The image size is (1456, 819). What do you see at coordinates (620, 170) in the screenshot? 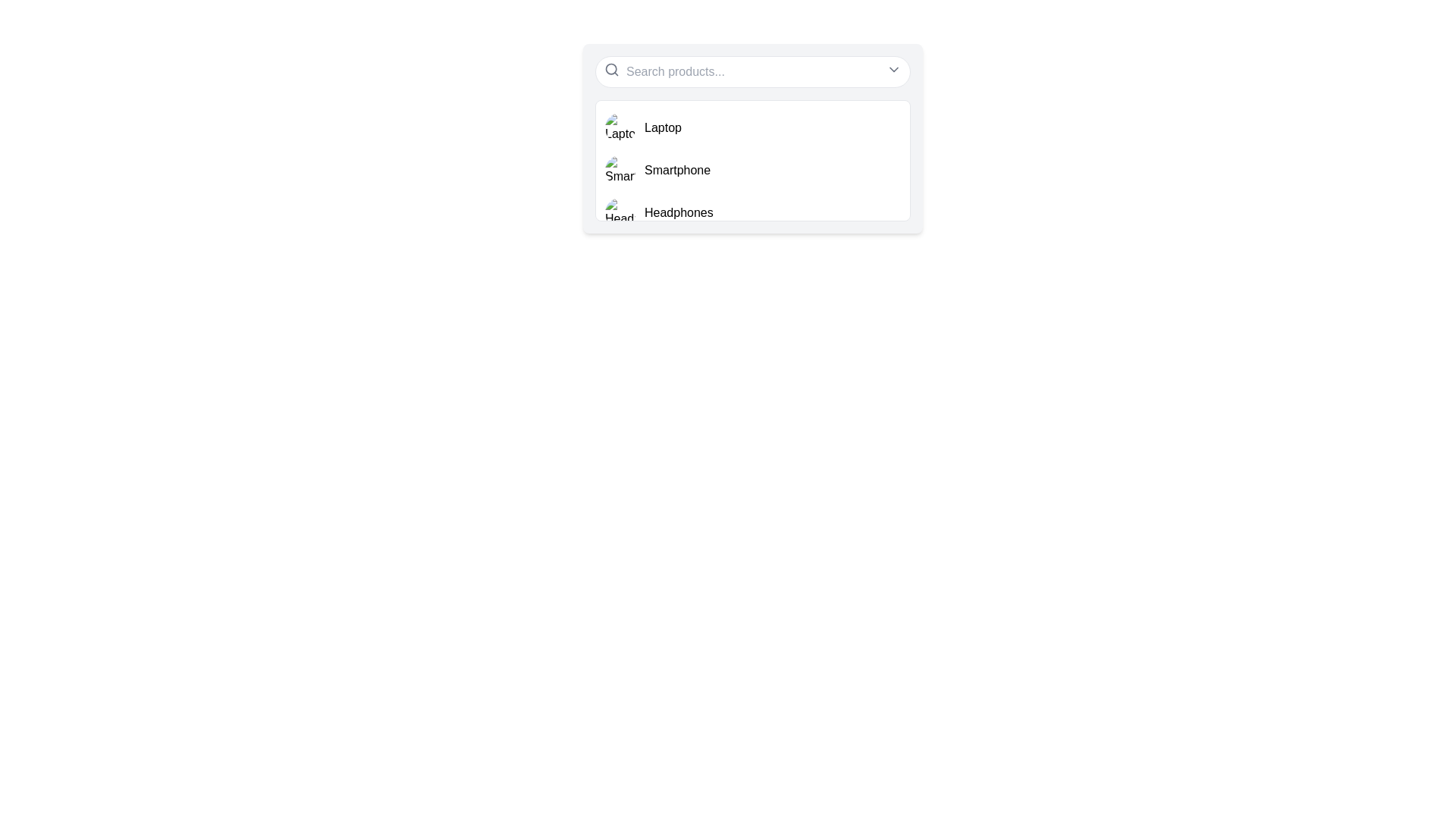
I see `the image representing the 'Smartphone' option in the dropdown list` at bounding box center [620, 170].